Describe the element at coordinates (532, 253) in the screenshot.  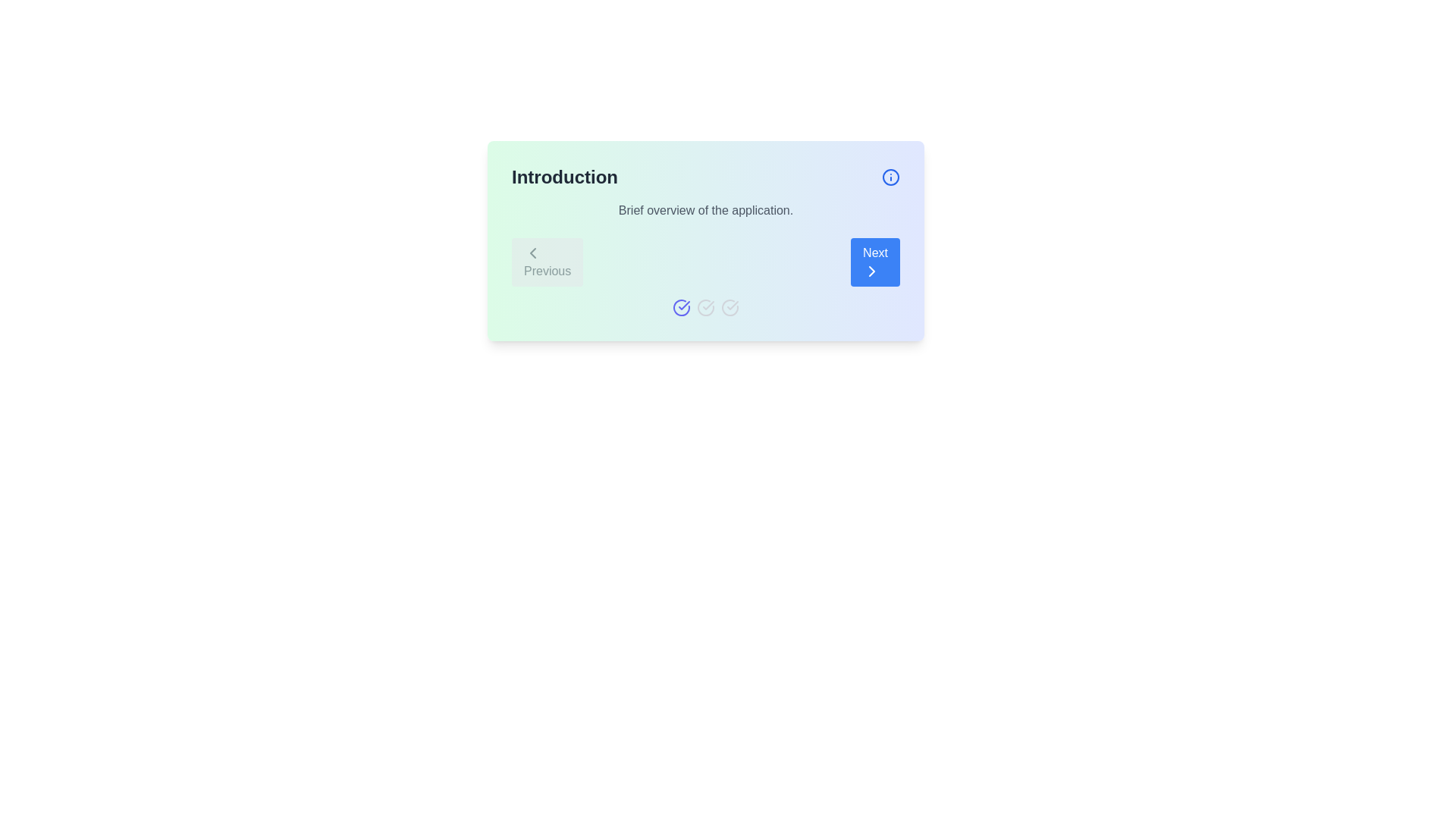
I see `the left-pointing chevron icon located within the 'Previous' button` at that location.